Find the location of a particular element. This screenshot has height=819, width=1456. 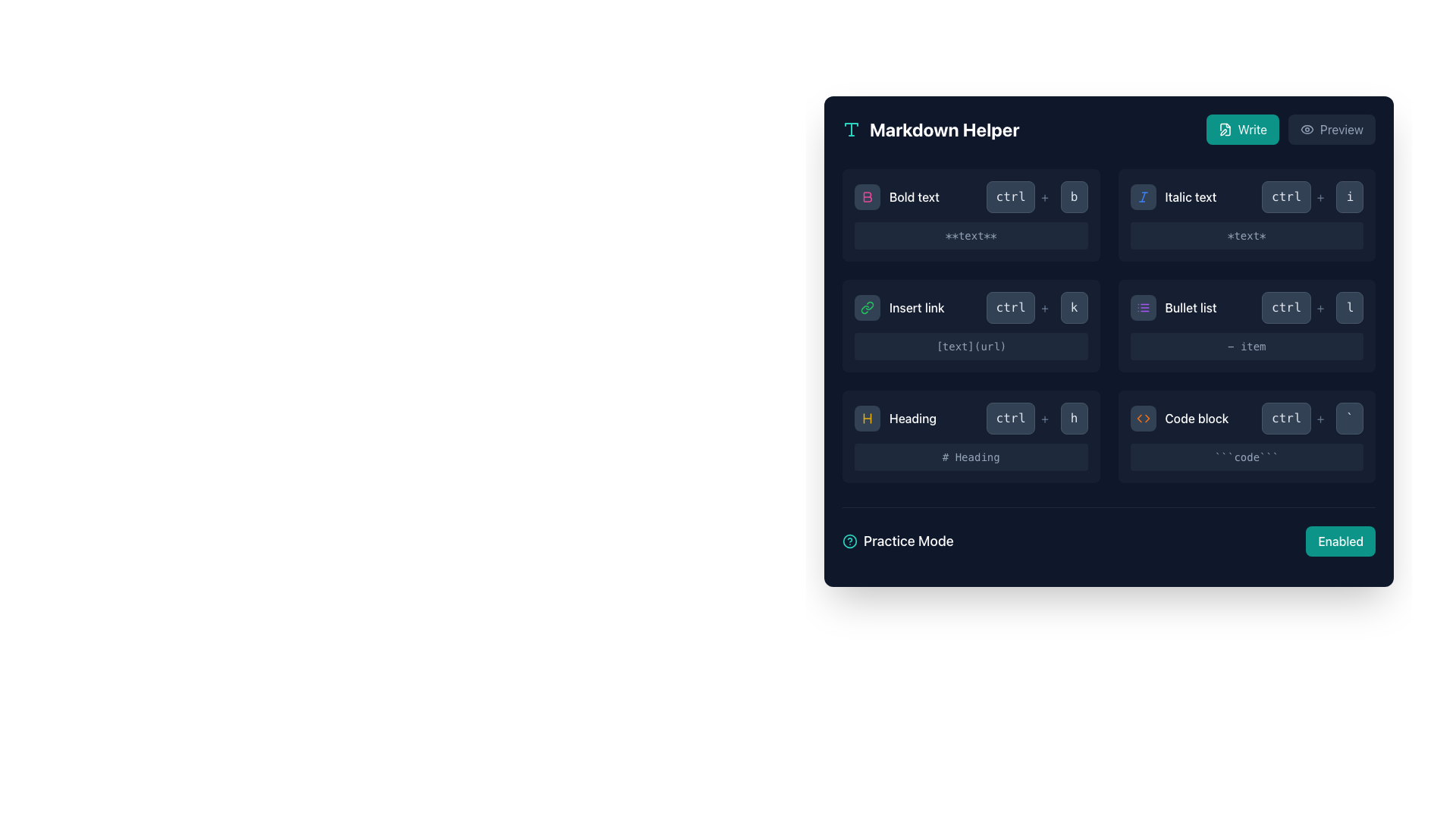

the circular element within the SVG icon located in the bottom-right corner of the UI, near the 'Practice Mode' toggle is located at coordinates (850, 540).